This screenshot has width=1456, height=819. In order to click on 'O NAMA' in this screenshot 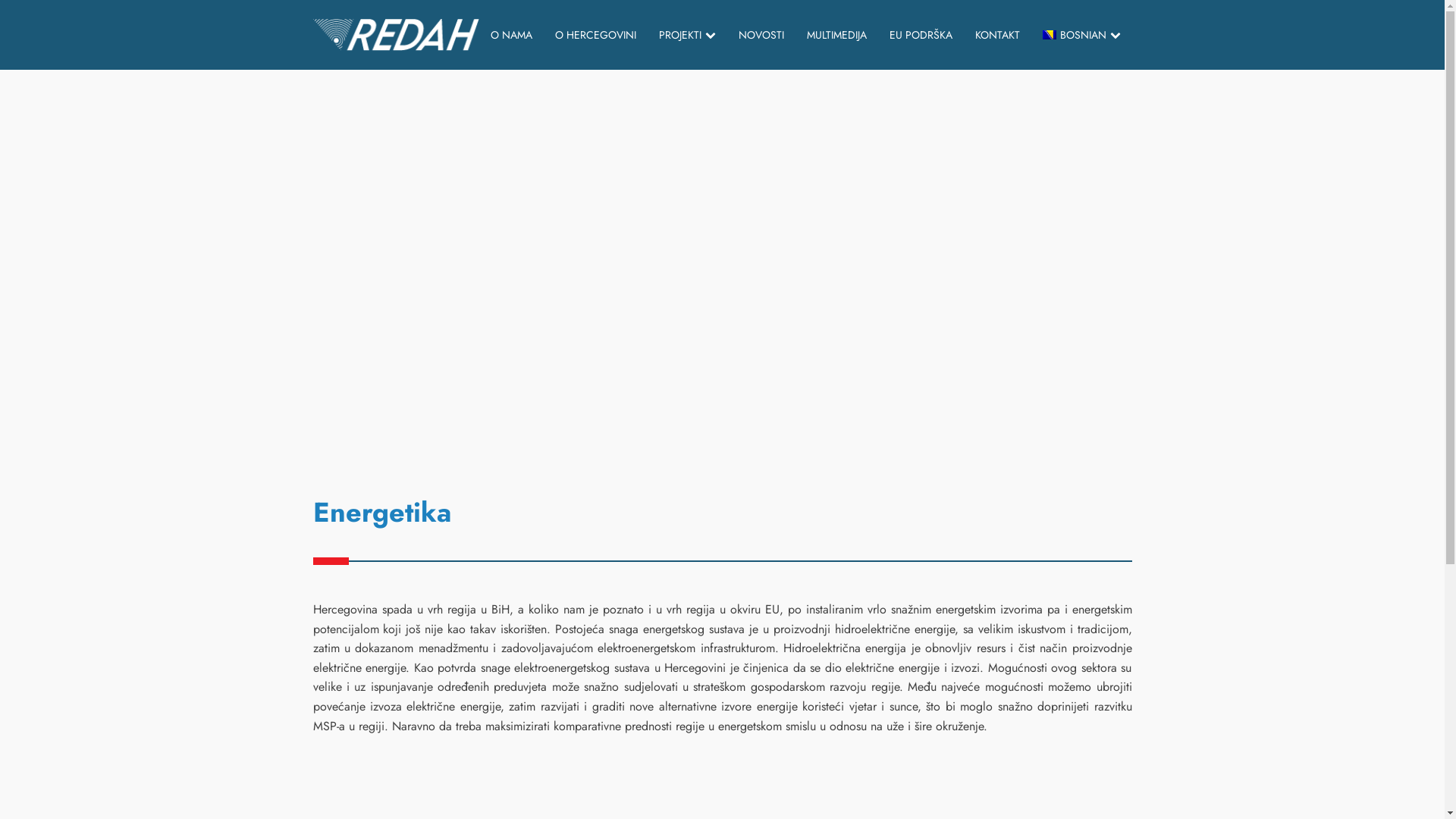, I will do `click(511, 34)`.